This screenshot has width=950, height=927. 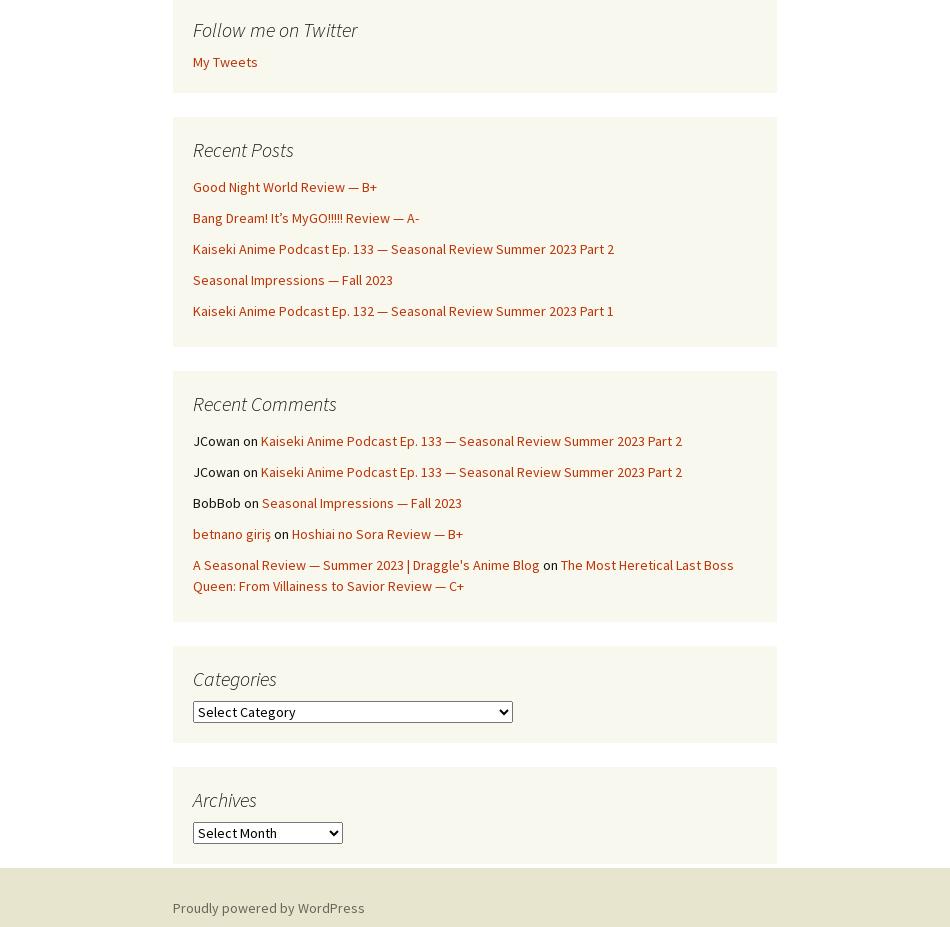 I want to click on 'Categories', so click(x=235, y=677).